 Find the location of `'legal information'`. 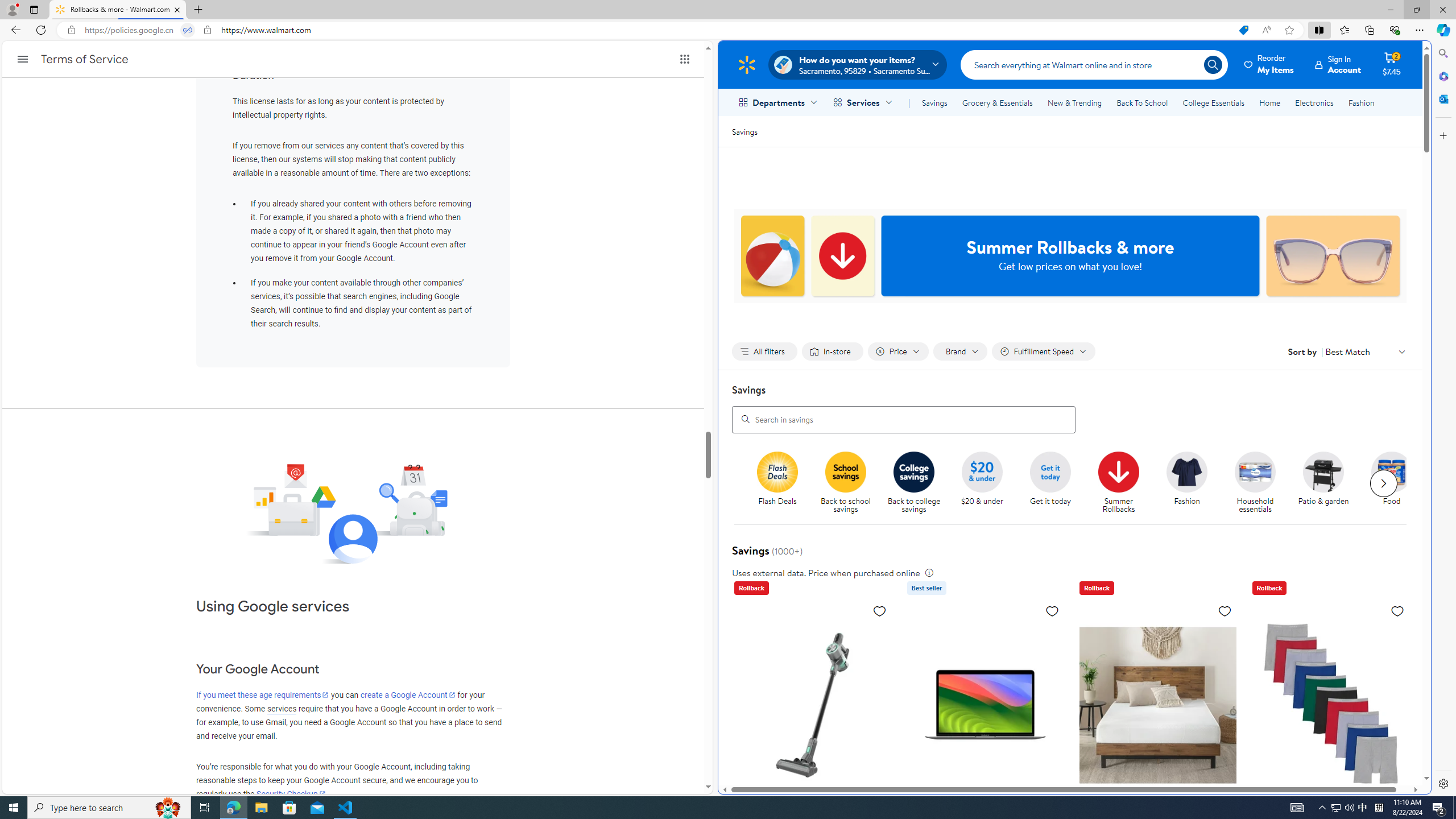

'legal information' is located at coordinates (928, 572).